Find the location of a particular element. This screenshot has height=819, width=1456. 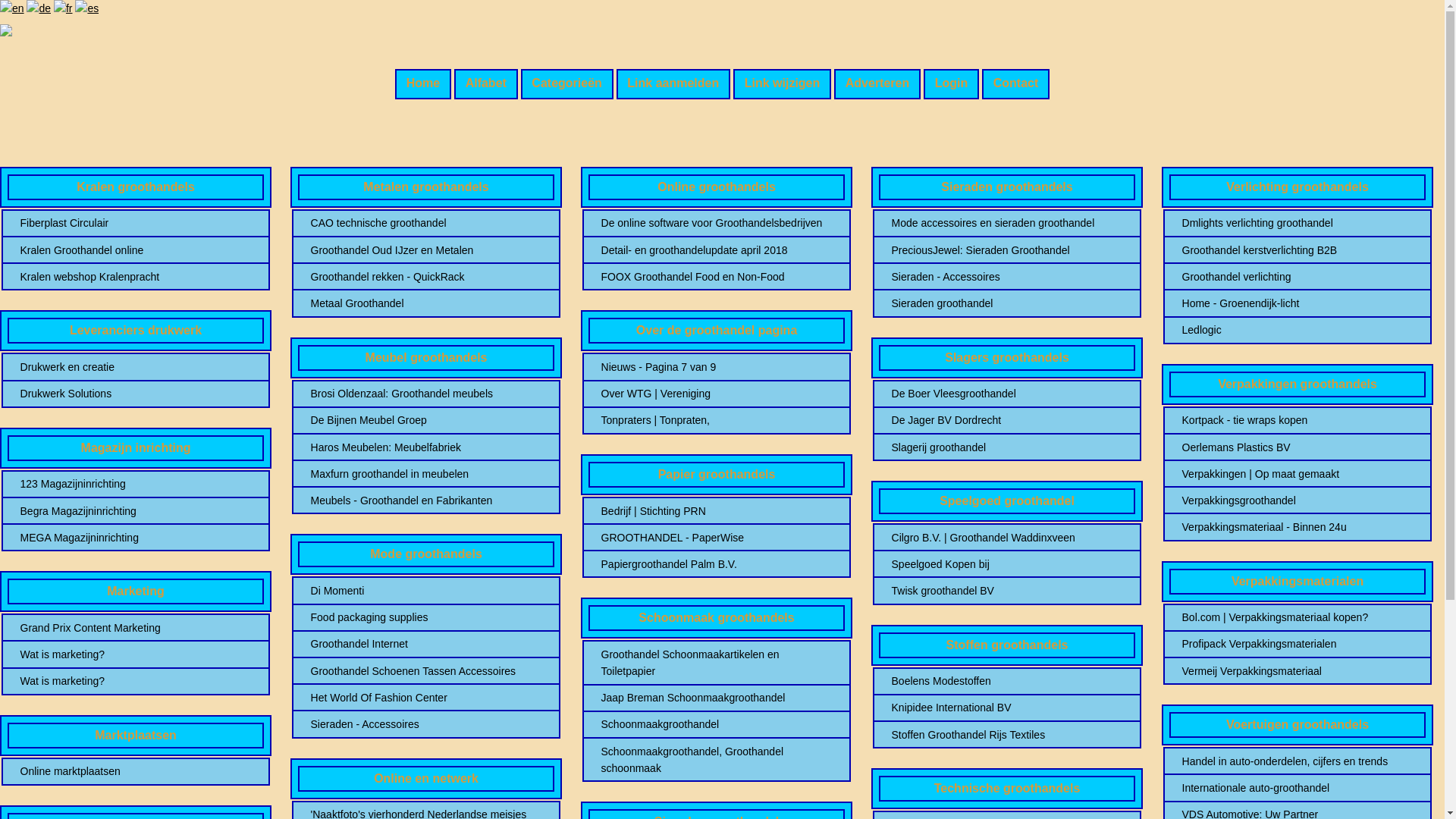

'Home' is located at coordinates (422, 84).